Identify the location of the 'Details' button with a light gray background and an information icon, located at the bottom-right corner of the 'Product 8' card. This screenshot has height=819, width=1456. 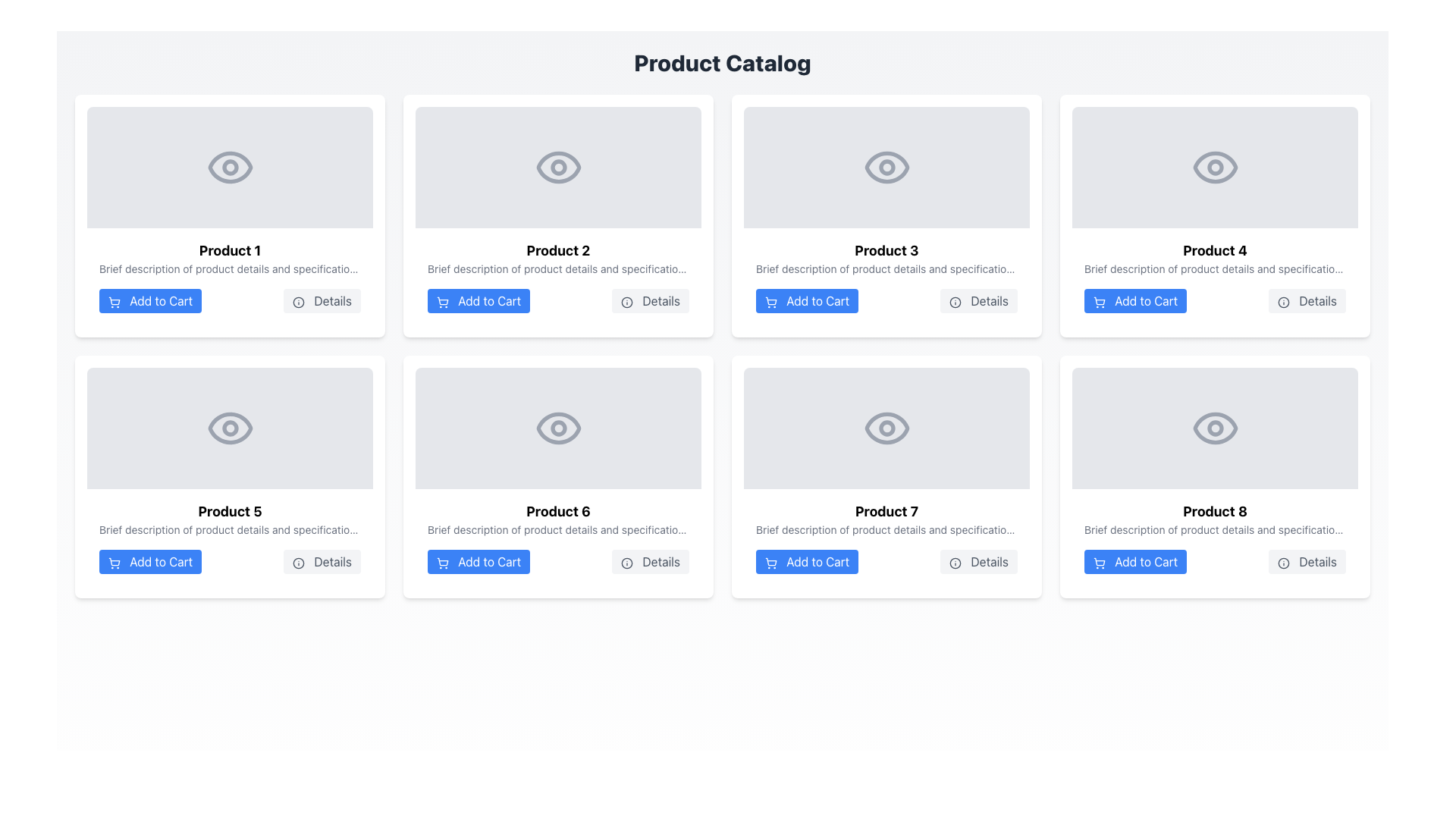
(1307, 561).